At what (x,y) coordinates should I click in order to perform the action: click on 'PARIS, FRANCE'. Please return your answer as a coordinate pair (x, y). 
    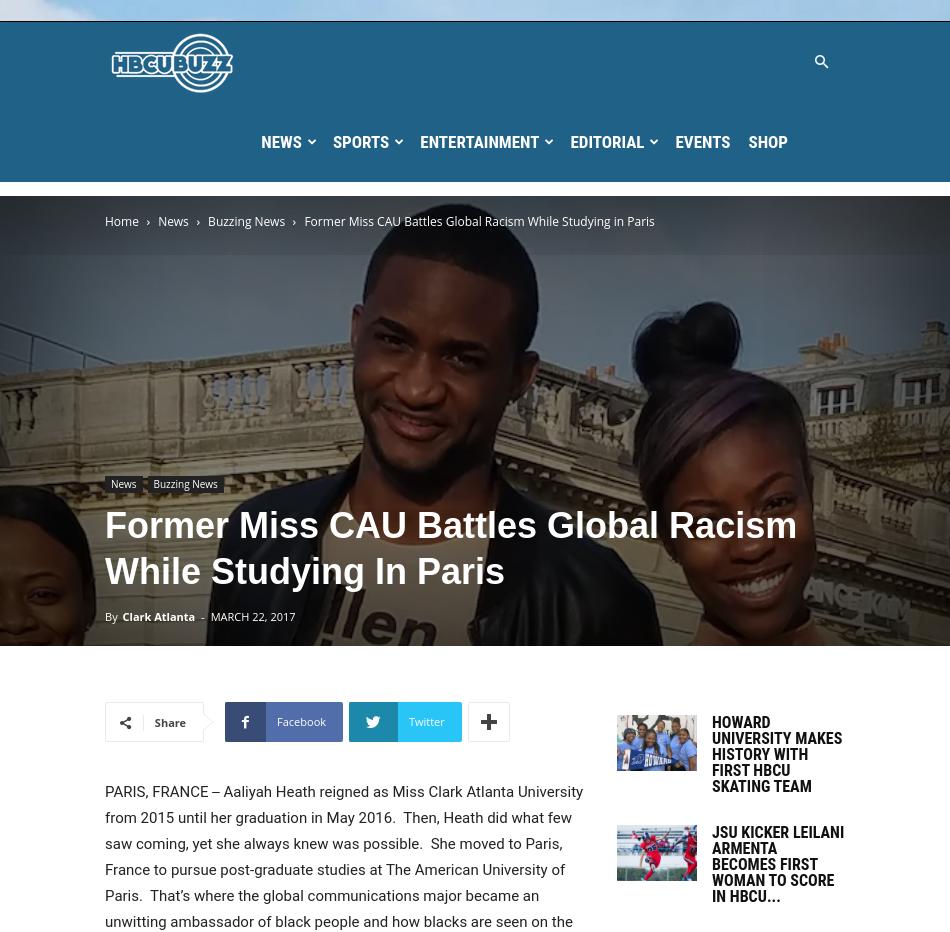
    Looking at the image, I should click on (156, 792).